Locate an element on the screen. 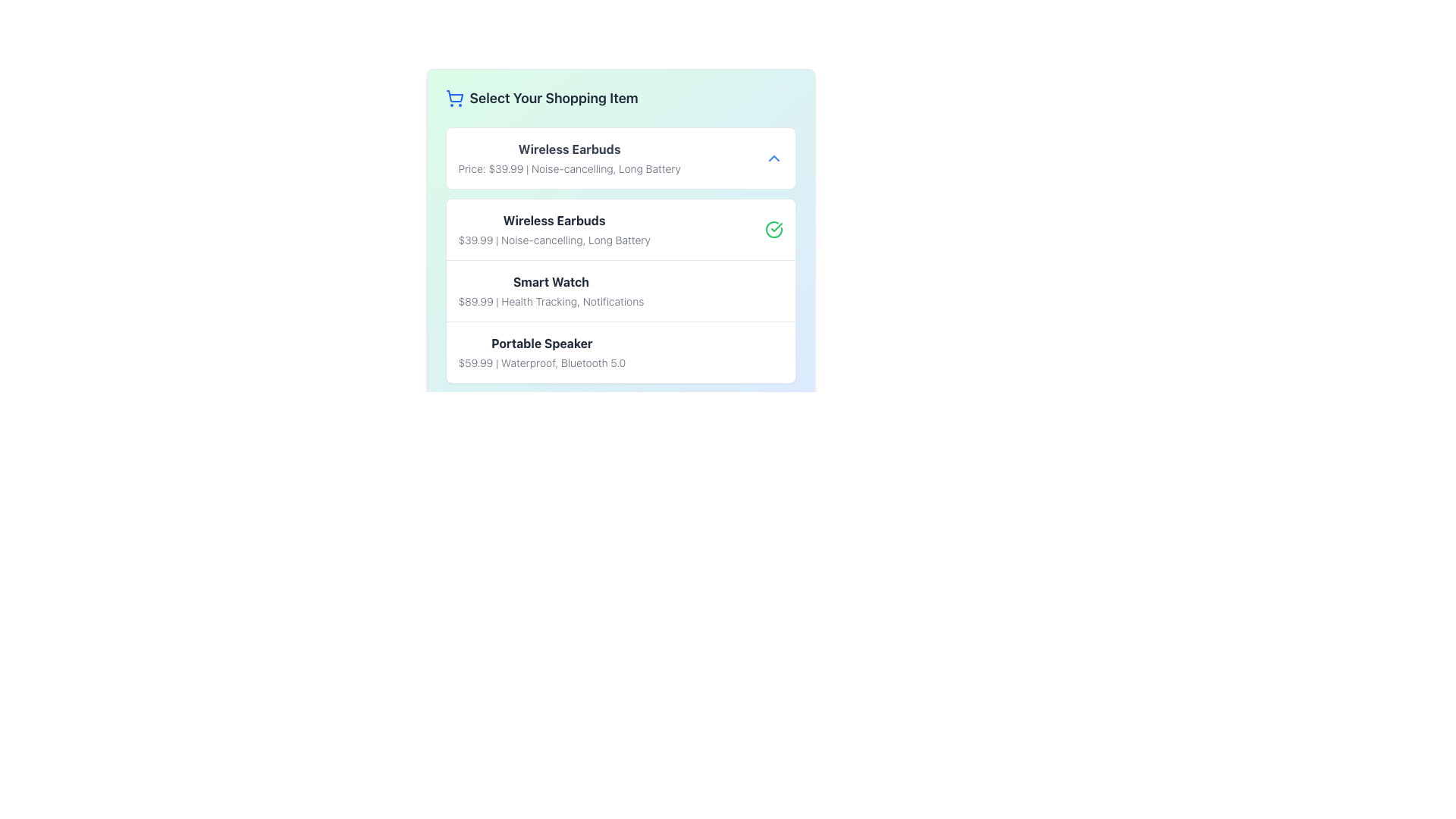 The height and width of the screenshot is (819, 1456). the blue shopping cart icon located to the left of the 'Select Your Shopping Item' text is located at coordinates (453, 99).